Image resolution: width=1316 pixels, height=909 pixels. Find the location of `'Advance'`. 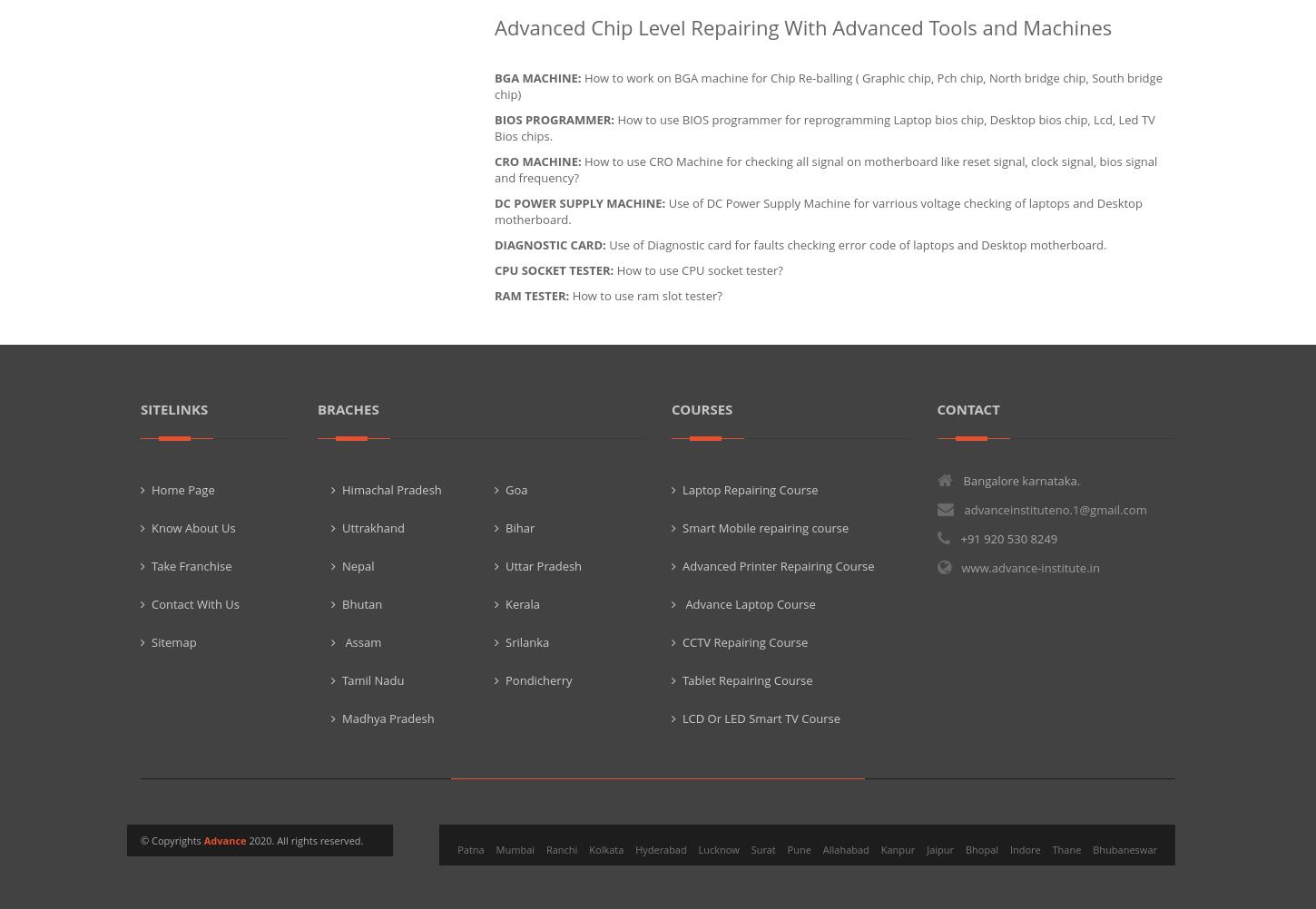

'Advance' is located at coordinates (224, 838).